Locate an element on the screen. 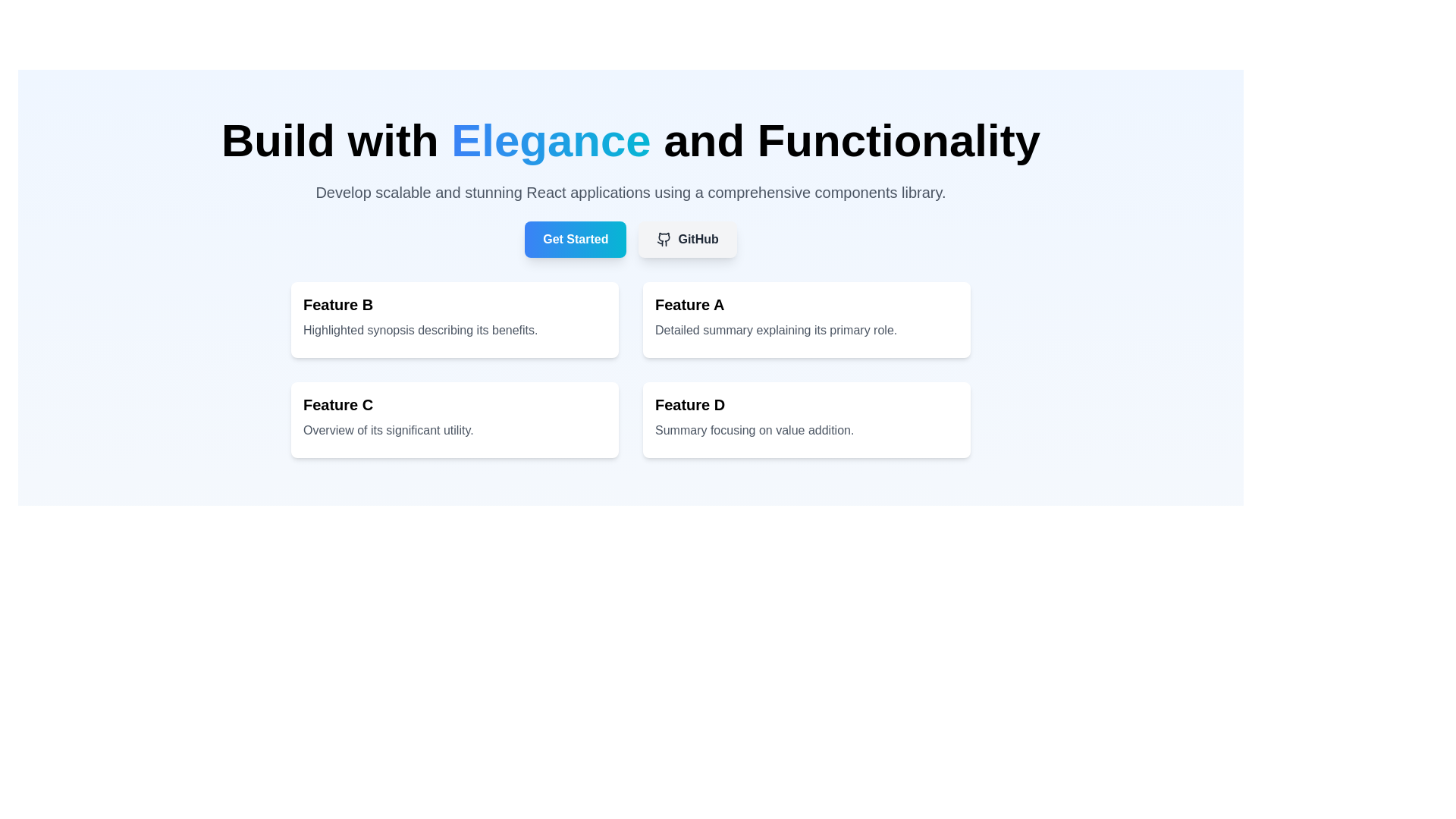 Image resolution: width=1456 pixels, height=819 pixels. the text content of the Informational card about 'Feature C' located in the lower-left portion of the grid layout, specifically the third card among four similar elements is located at coordinates (454, 420).